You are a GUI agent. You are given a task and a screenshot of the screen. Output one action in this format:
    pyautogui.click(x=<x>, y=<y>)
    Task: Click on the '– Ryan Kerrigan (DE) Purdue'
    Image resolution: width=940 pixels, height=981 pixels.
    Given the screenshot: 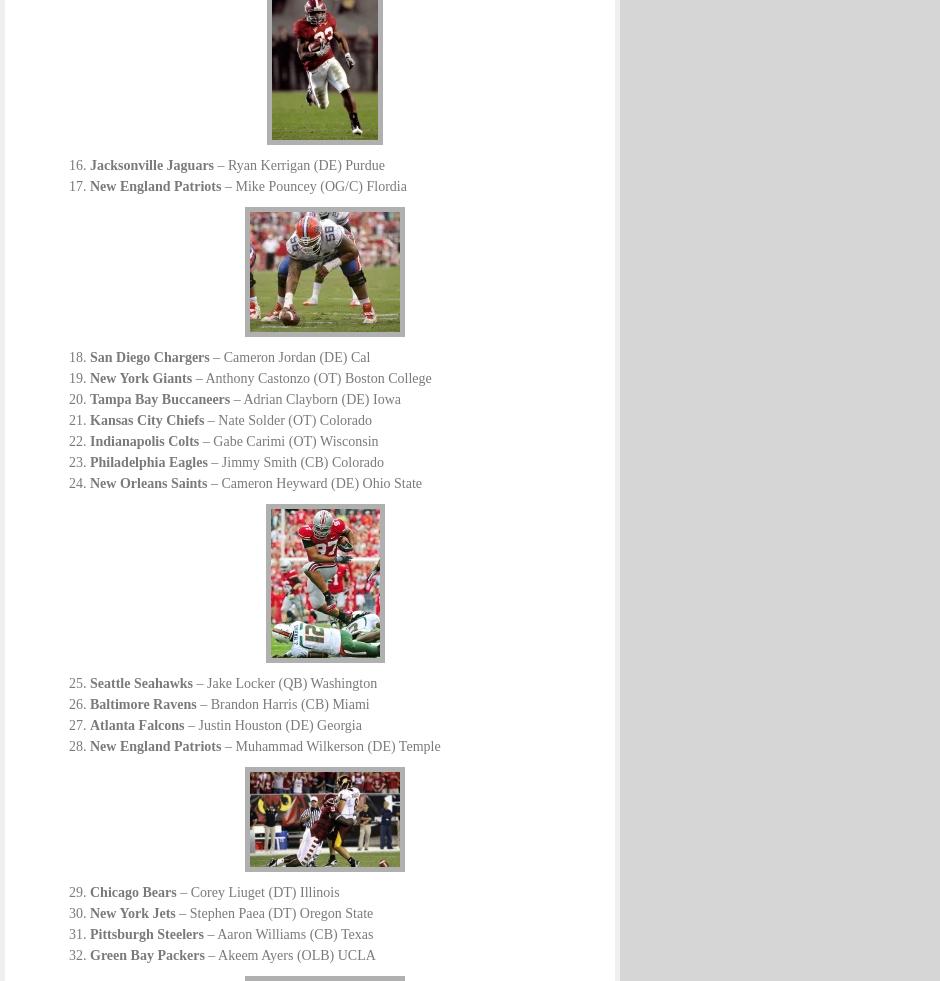 What is the action you would take?
    pyautogui.click(x=213, y=164)
    